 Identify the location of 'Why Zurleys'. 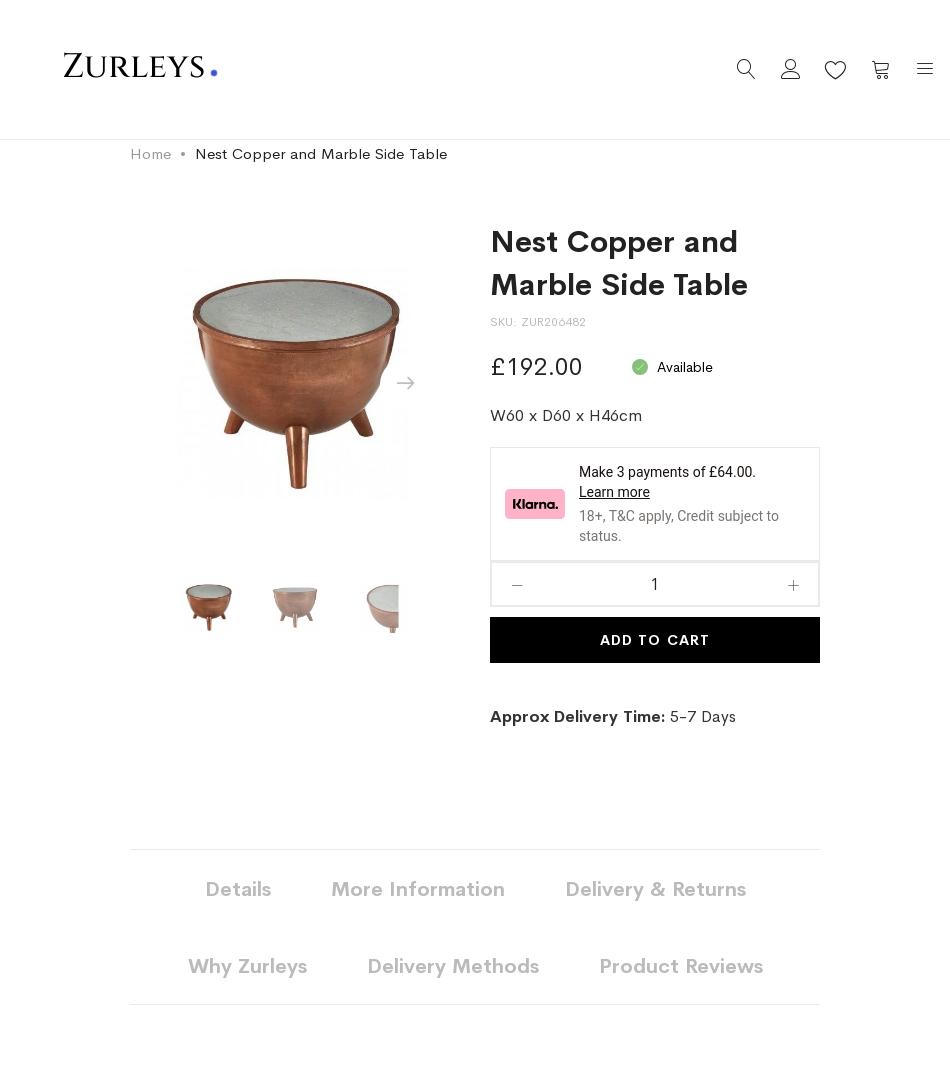
(245, 966).